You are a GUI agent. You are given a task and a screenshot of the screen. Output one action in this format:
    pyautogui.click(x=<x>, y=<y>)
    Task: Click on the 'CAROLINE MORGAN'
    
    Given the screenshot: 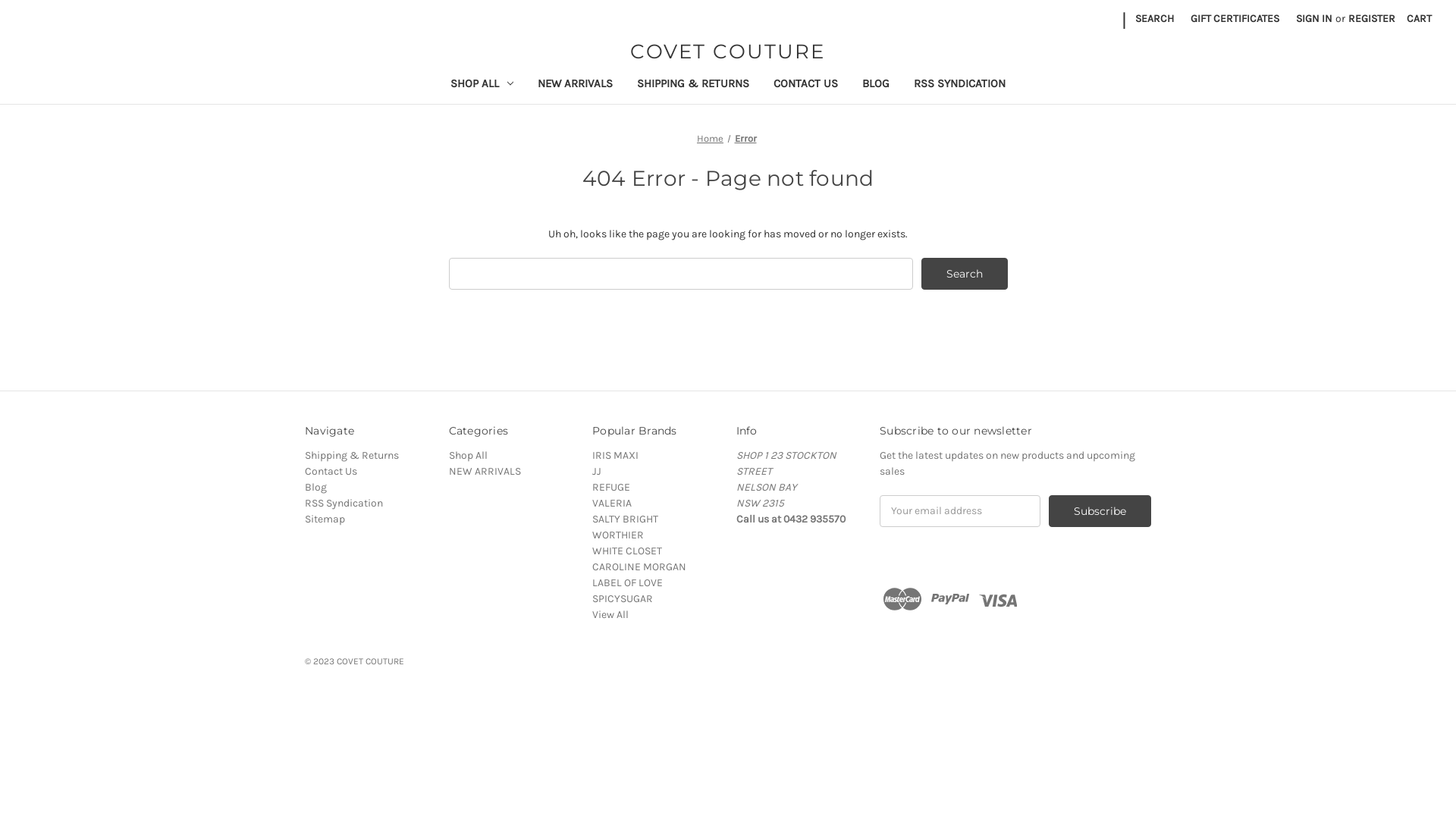 What is the action you would take?
    pyautogui.click(x=639, y=566)
    